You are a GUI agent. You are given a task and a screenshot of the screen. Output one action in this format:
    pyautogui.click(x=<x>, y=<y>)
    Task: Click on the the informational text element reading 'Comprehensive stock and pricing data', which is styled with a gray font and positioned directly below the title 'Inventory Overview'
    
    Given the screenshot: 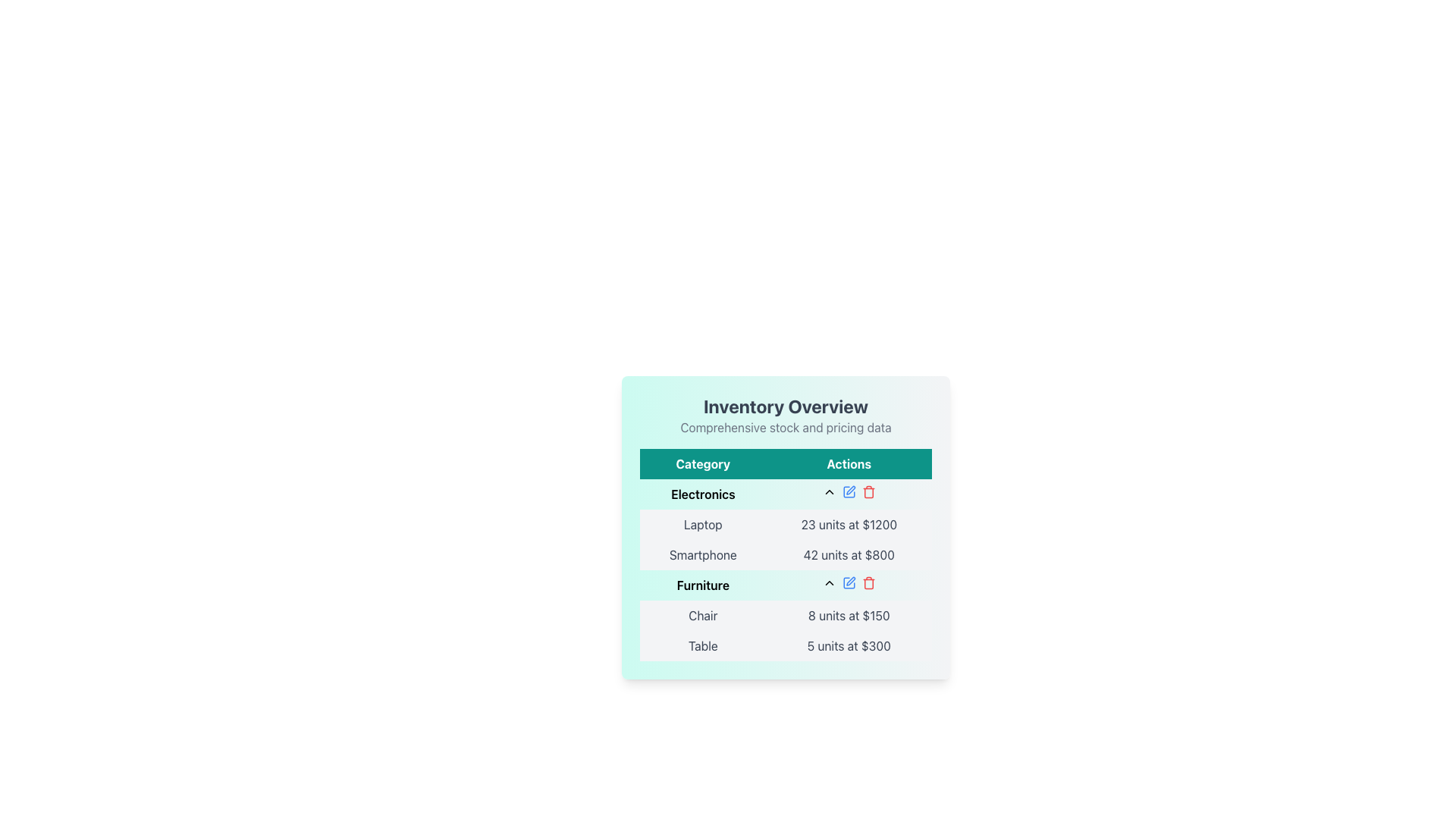 What is the action you would take?
    pyautogui.click(x=786, y=427)
    